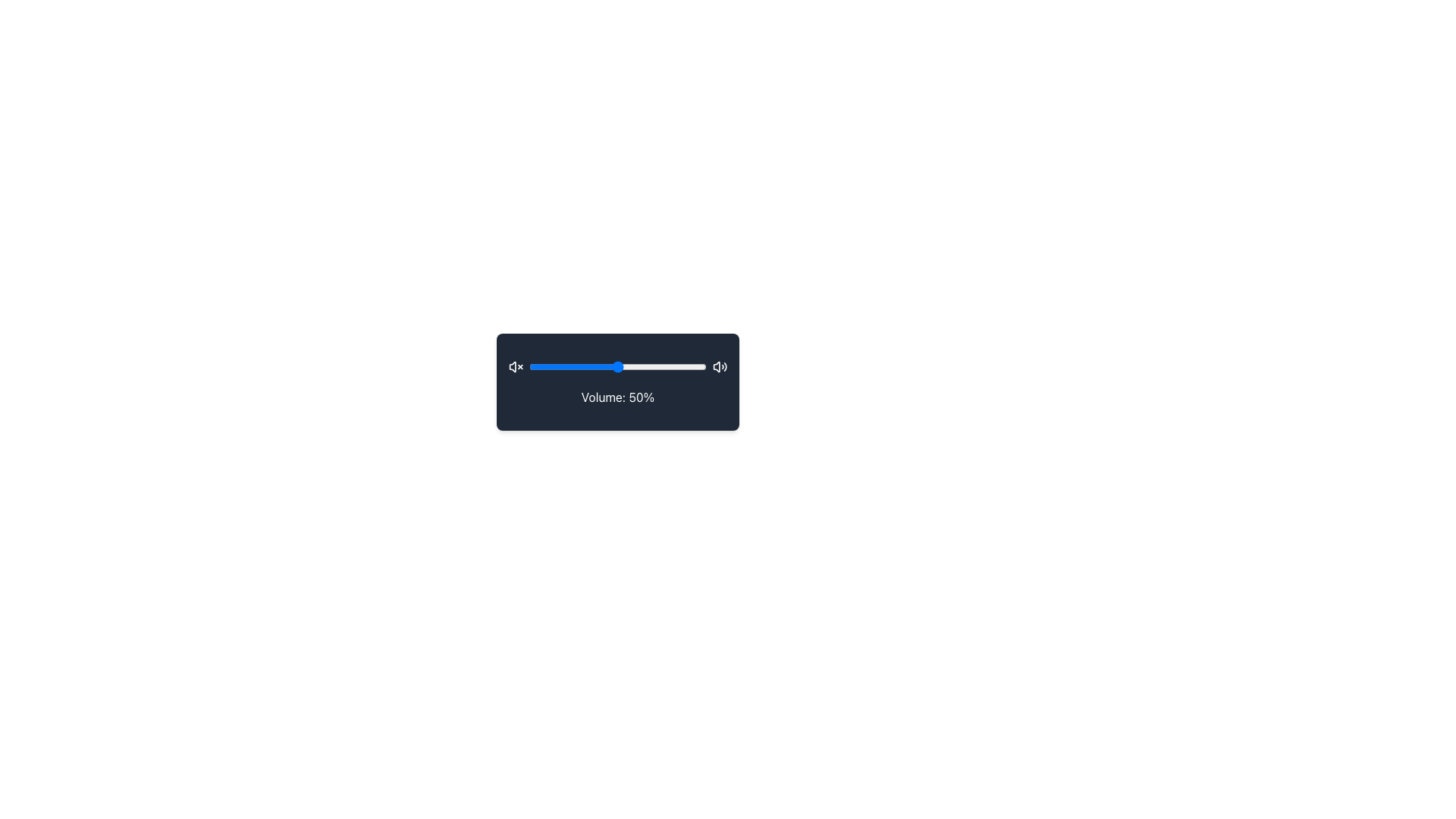 This screenshot has width=1456, height=819. Describe the element at coordinates (692, 366) in the screenshot. I see `the volume` at that location.